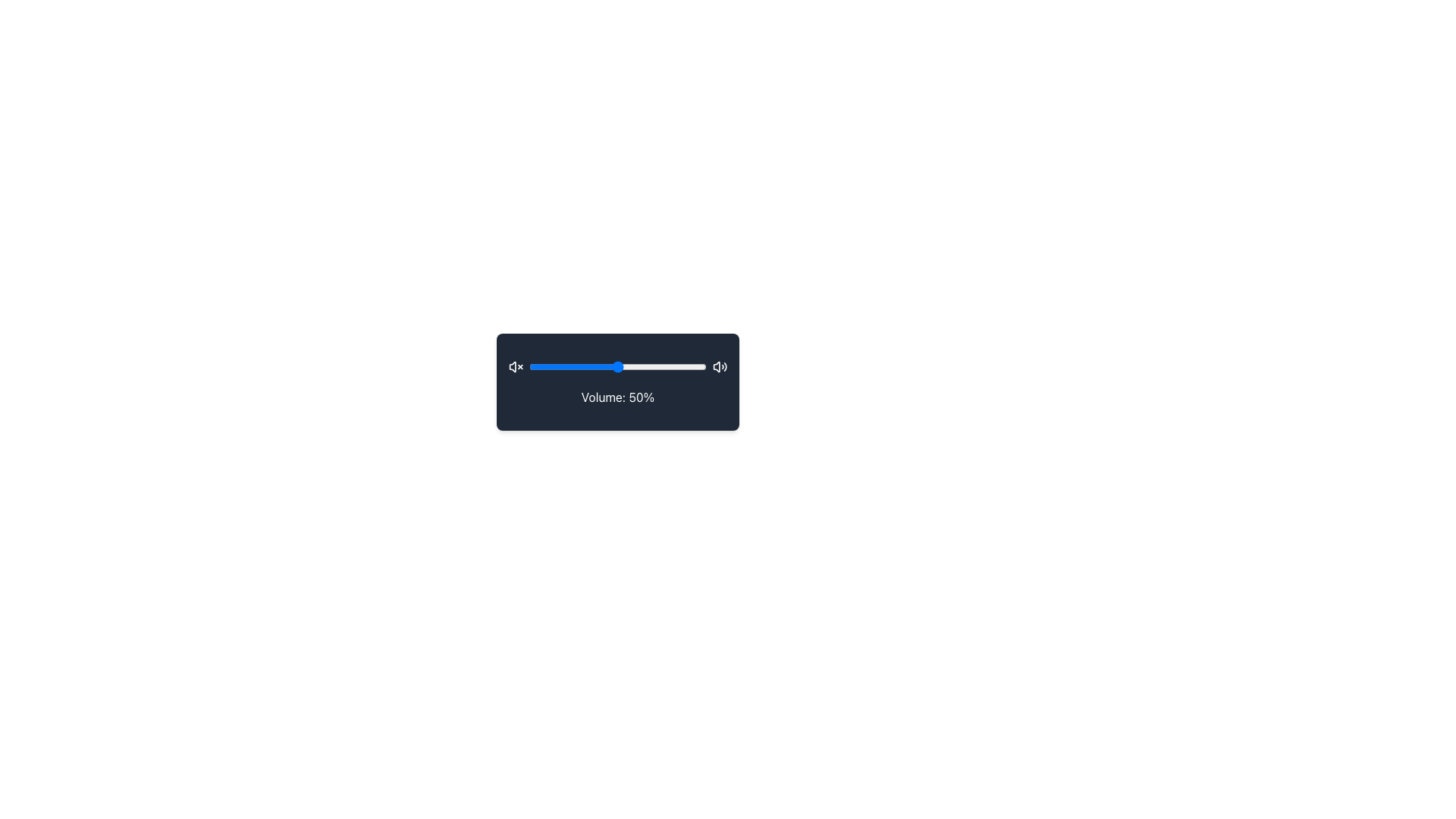 This screenshot has width=1456, height=819. Describe the element at coordinates (692, 366) in the screenshot. I see `the volume` at that location.